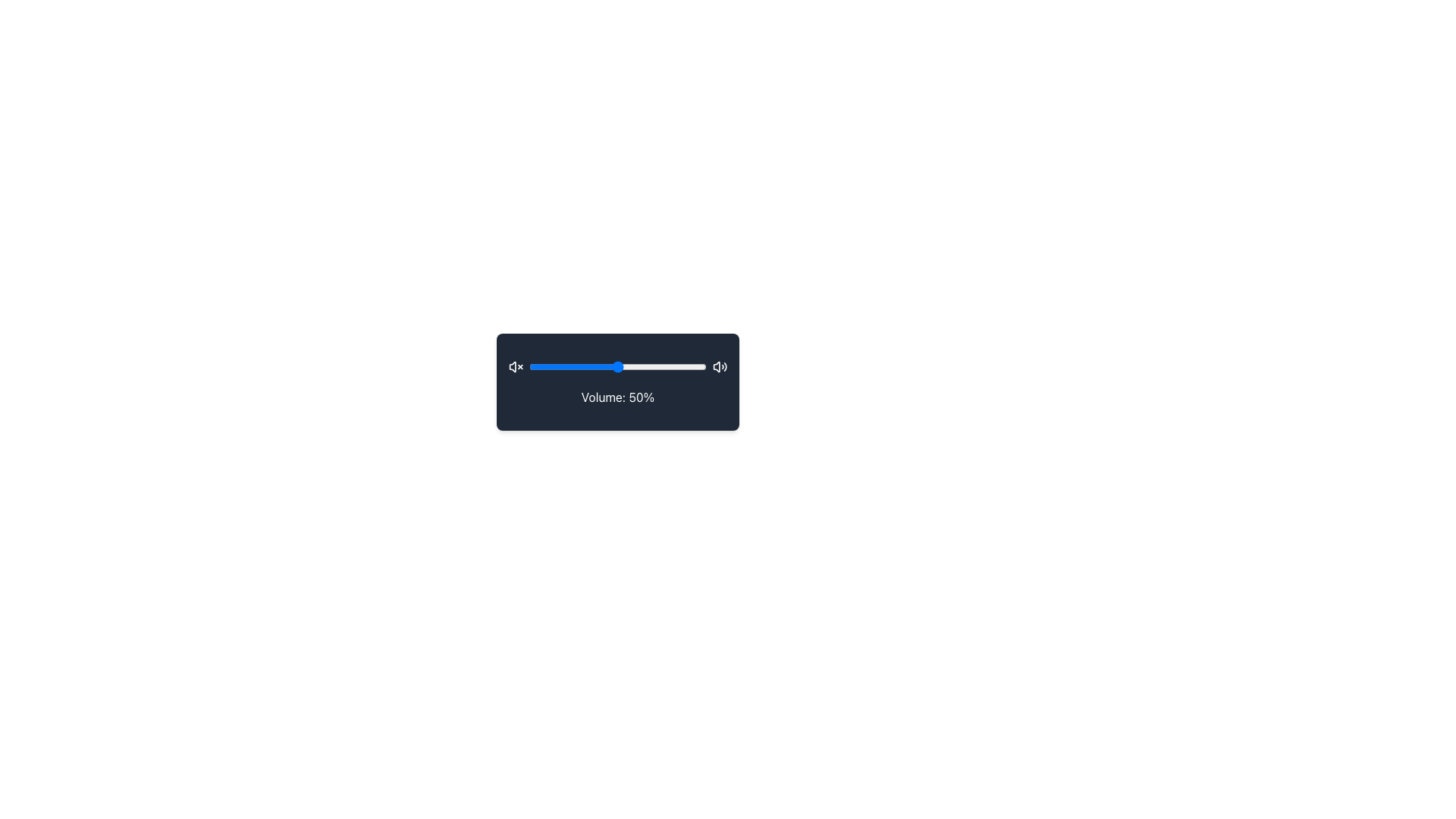 This screenshot has width=1456, height=819. Describe the element at coordinates (692, 366) in the screenshot. I see `the volume` at that location.